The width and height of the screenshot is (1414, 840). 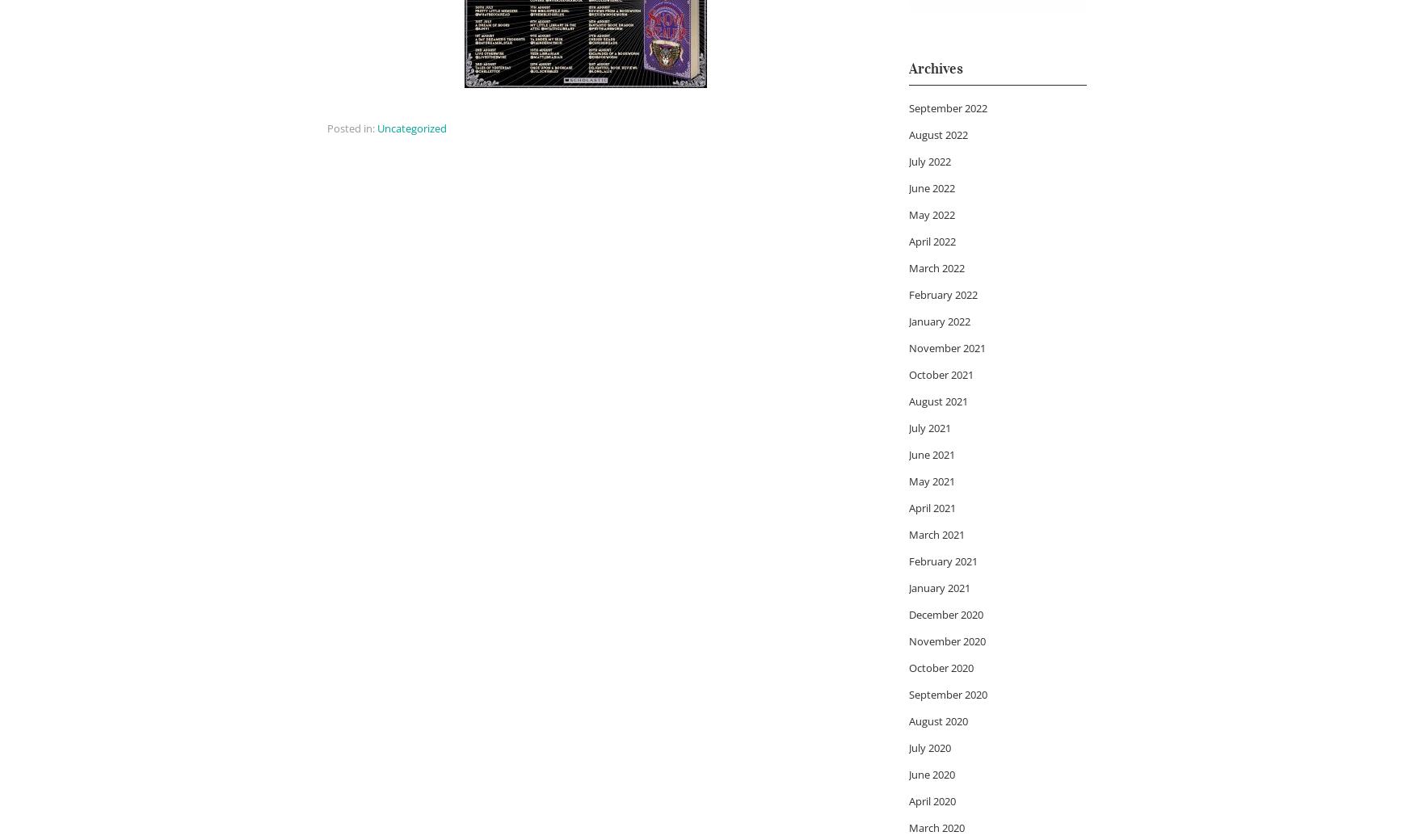 What do you see at coordinates (931, 479) in the screenshot?
I see `'May 2021'` at bounding box center [931, 479].